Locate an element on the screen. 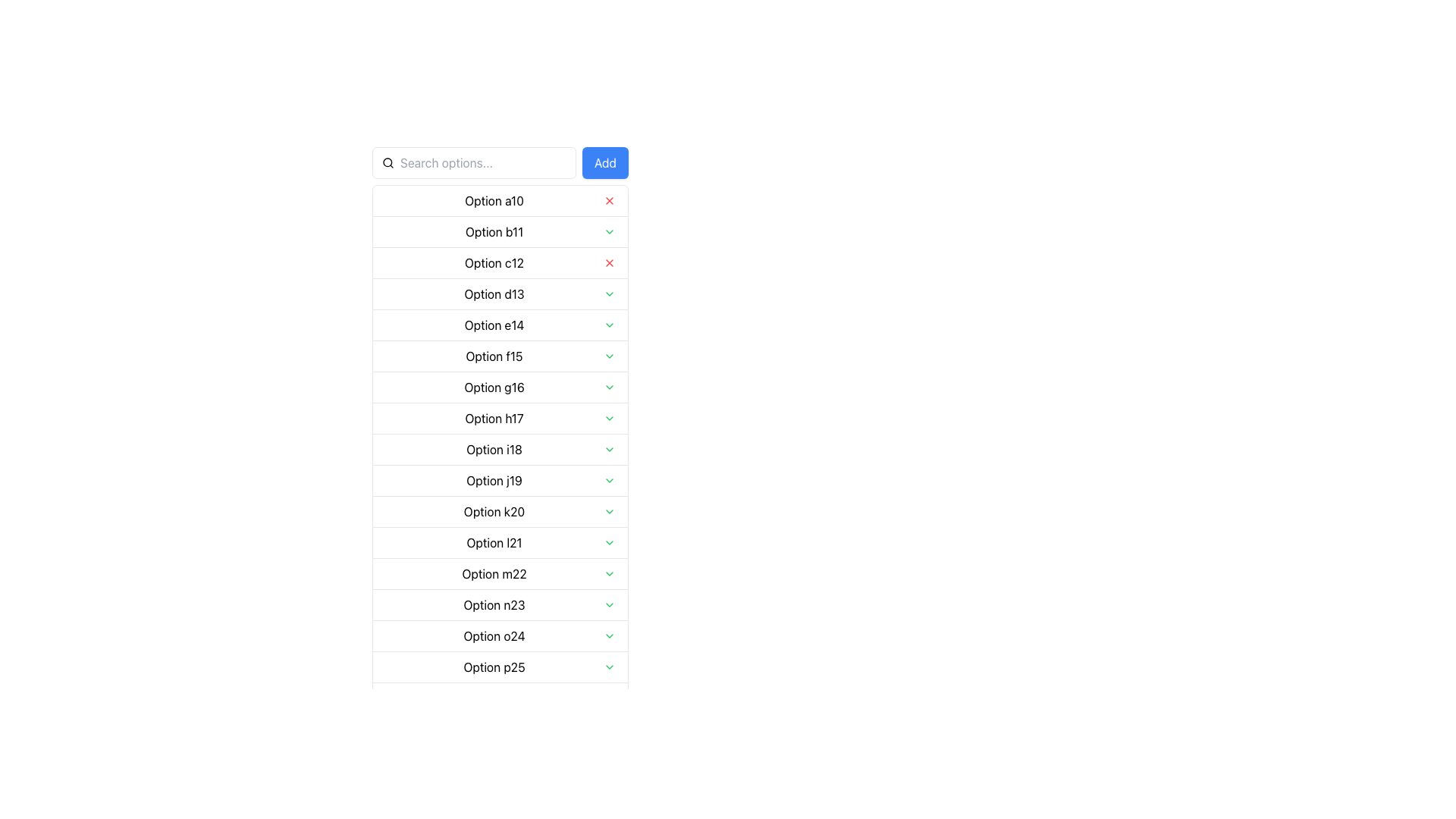 The width and height of the screenshot is (1456, 819). the Chevron icon (expand or dropdown indicator) located to the right of the 'Option k20' label, which indicates expandable options is located at coordinates (610, 512).